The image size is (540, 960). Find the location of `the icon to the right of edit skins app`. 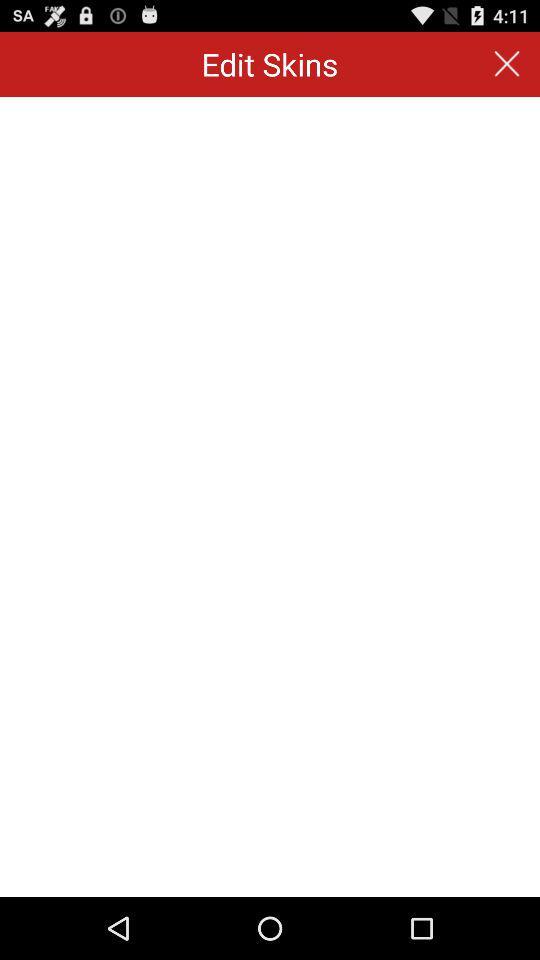

the icon to the right of edit skins app is located at coordinates (507, 64).